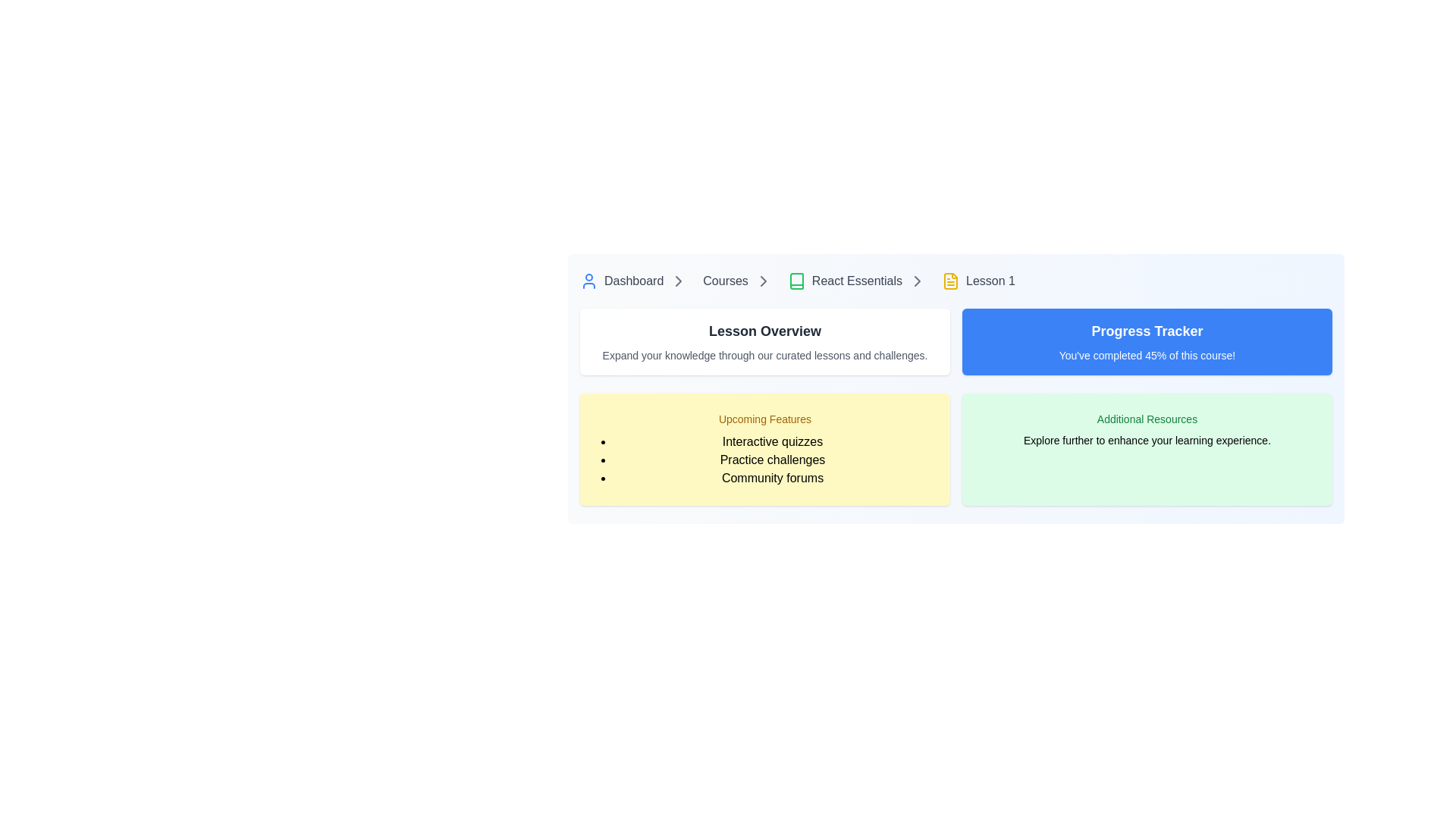  What do you see at coordinates (764, 330) in the screenshot?
I see `the 'Lesson Overview' heading which is styled in bold, large dark gray text located in the top-middle section of the interface` at bounding box center [764, 330].